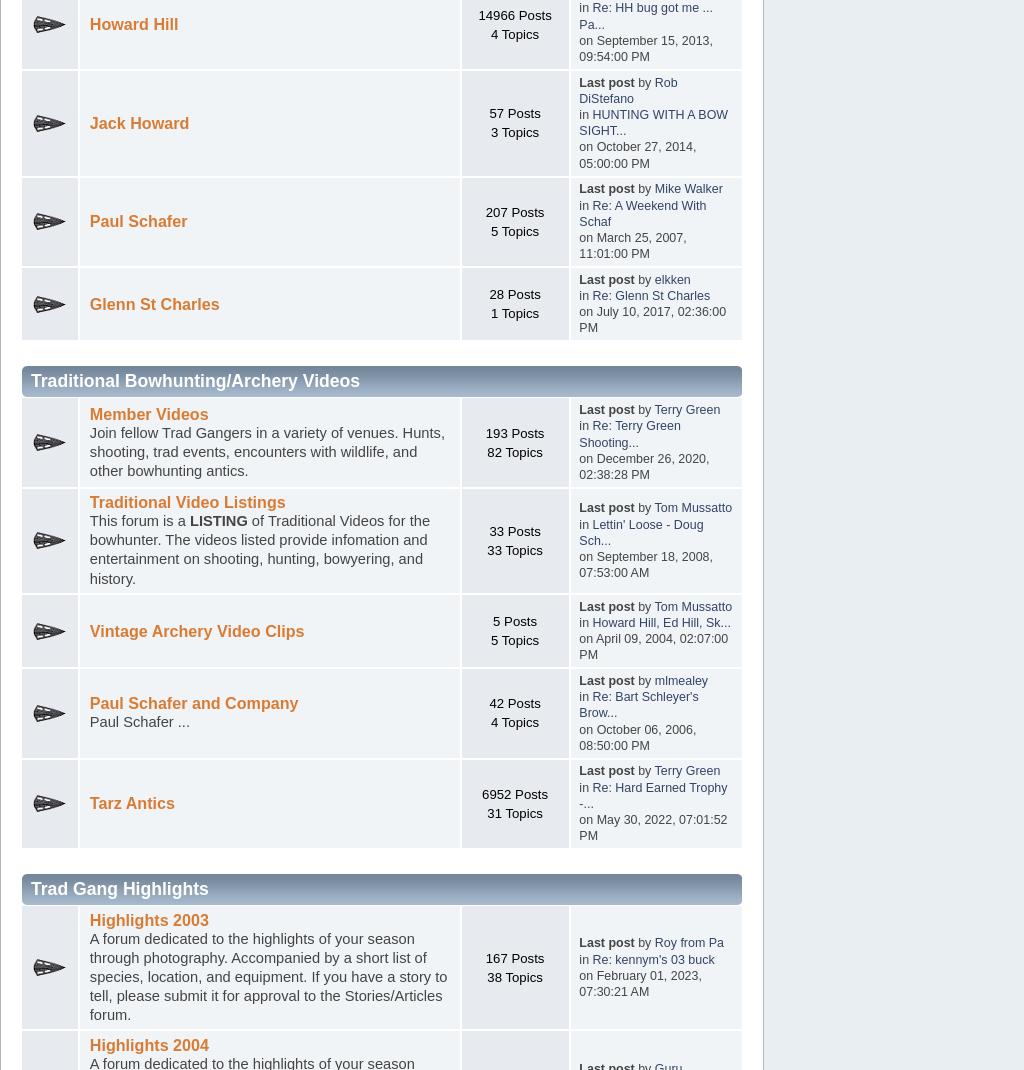  Describe the element at coordinates (514, 132) in the screenshot. I see `'3 Topics'` at that location.